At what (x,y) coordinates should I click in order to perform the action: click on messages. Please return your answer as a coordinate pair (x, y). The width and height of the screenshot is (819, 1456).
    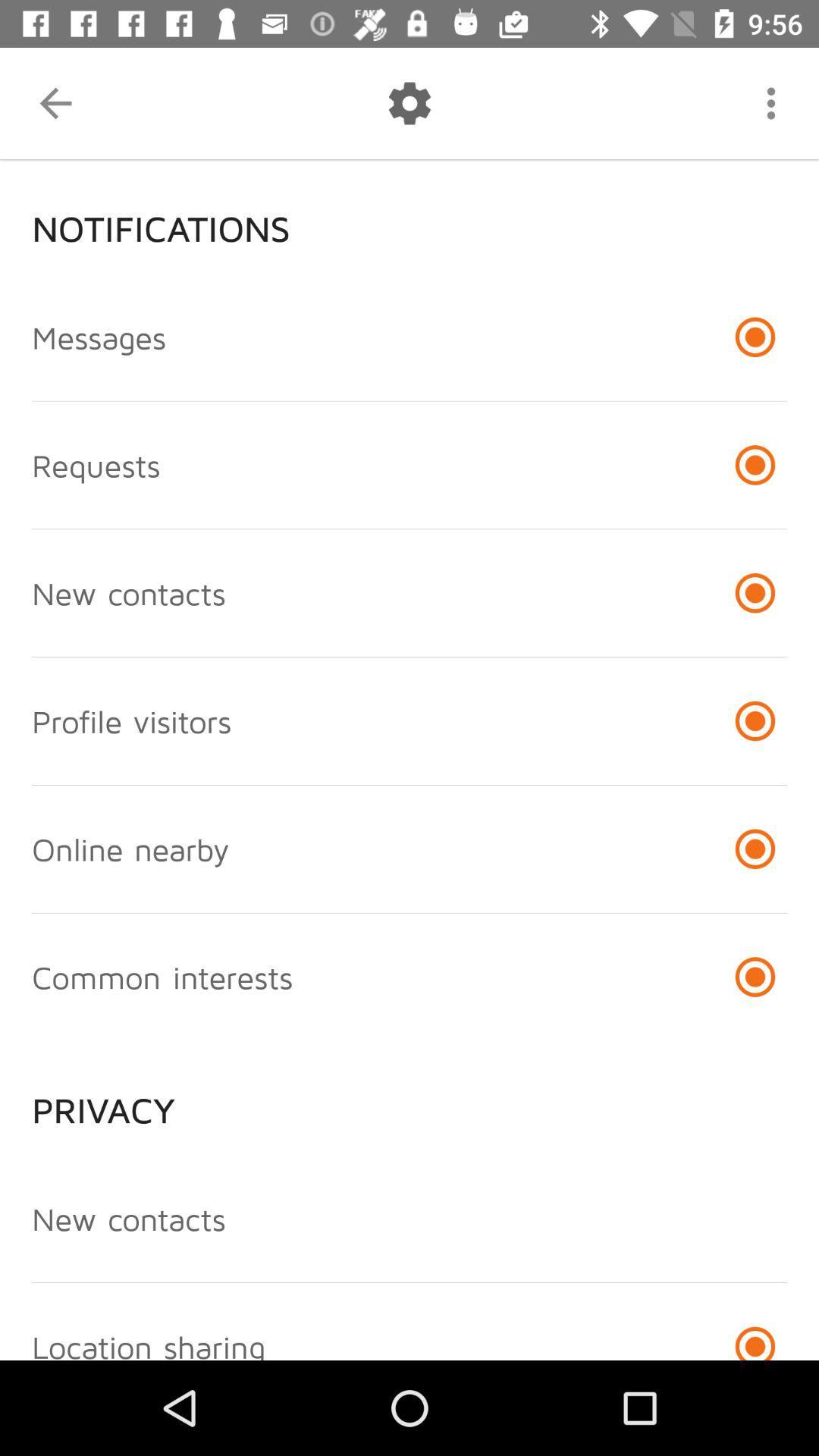
    Looking at the image, I should click on (99, 336).